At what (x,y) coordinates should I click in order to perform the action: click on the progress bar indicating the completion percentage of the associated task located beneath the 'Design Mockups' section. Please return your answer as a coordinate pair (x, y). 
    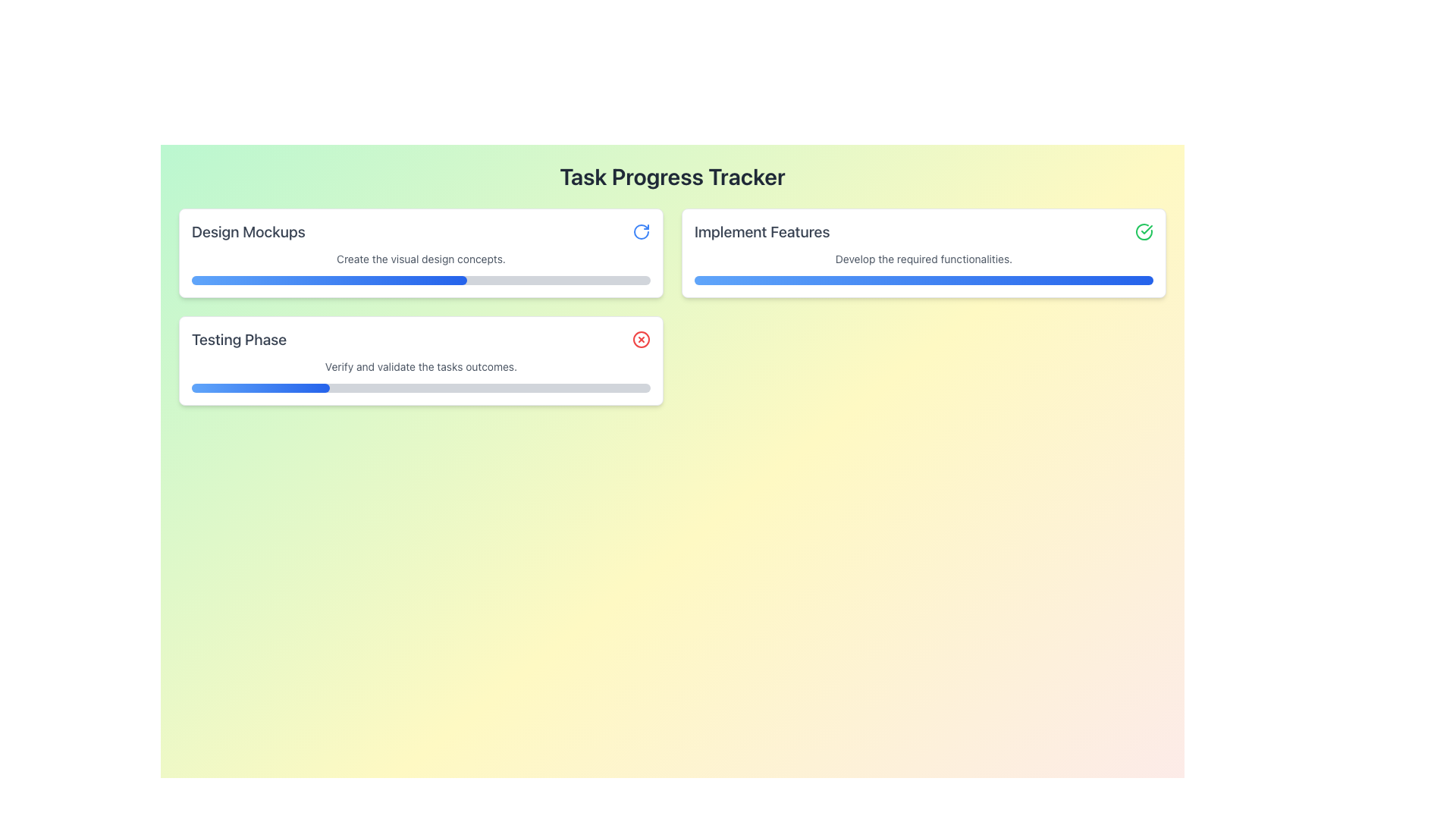
    Looking at the image, I should click on (328, 281).